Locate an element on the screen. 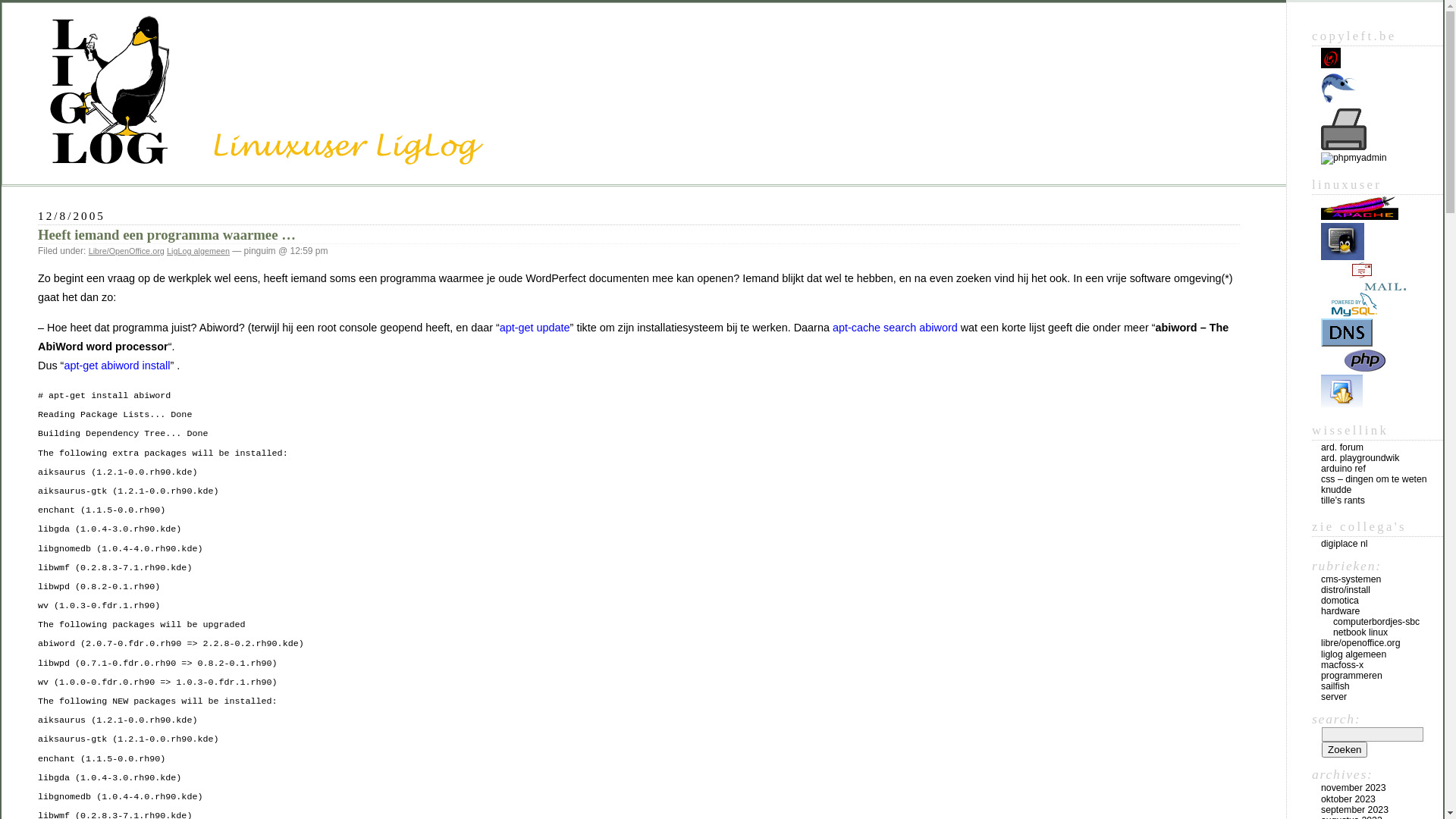  'PHP notes' is located at coordinates (1354, 369).